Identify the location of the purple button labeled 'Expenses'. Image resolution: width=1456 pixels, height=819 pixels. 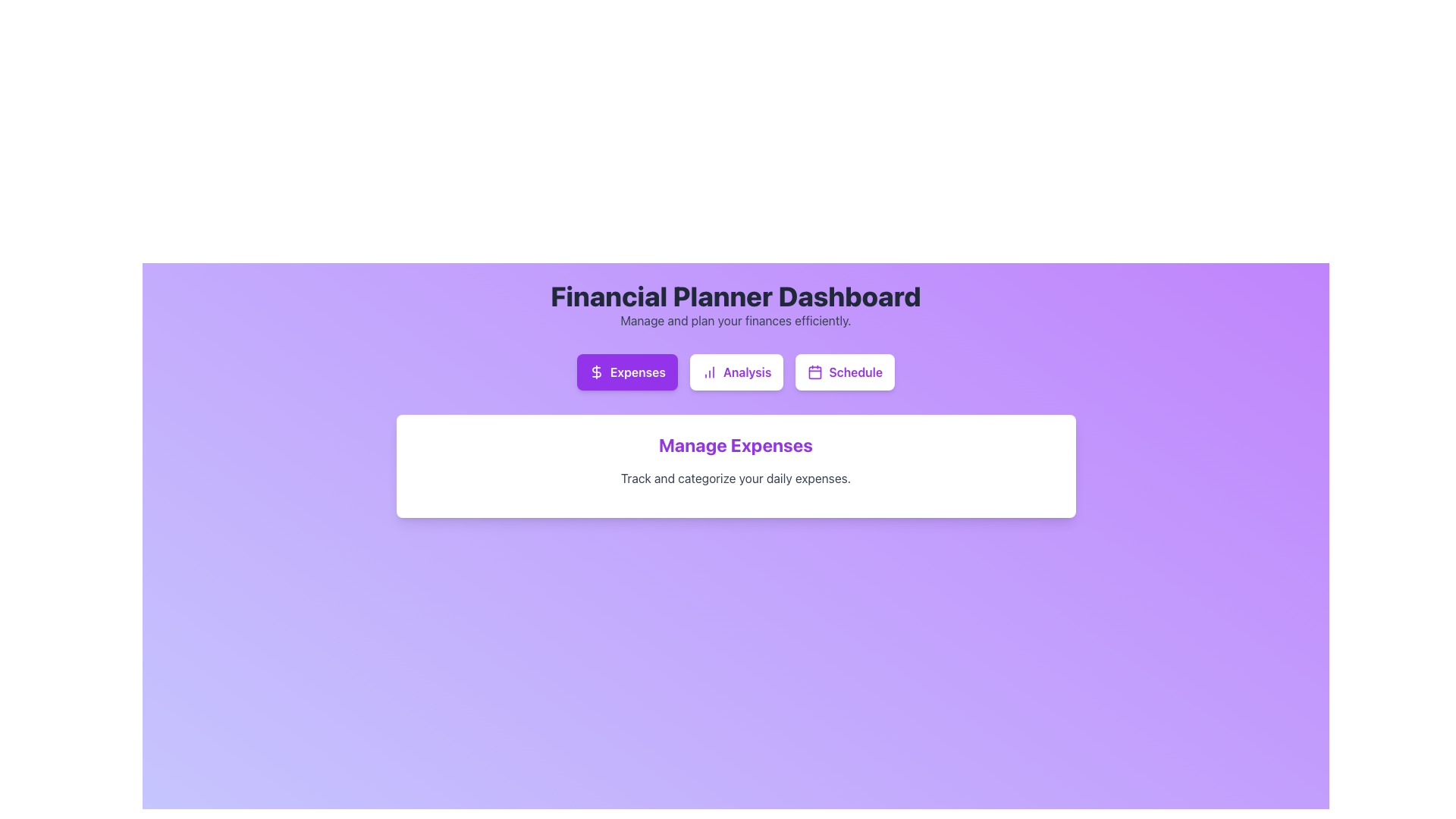
(627, 372).